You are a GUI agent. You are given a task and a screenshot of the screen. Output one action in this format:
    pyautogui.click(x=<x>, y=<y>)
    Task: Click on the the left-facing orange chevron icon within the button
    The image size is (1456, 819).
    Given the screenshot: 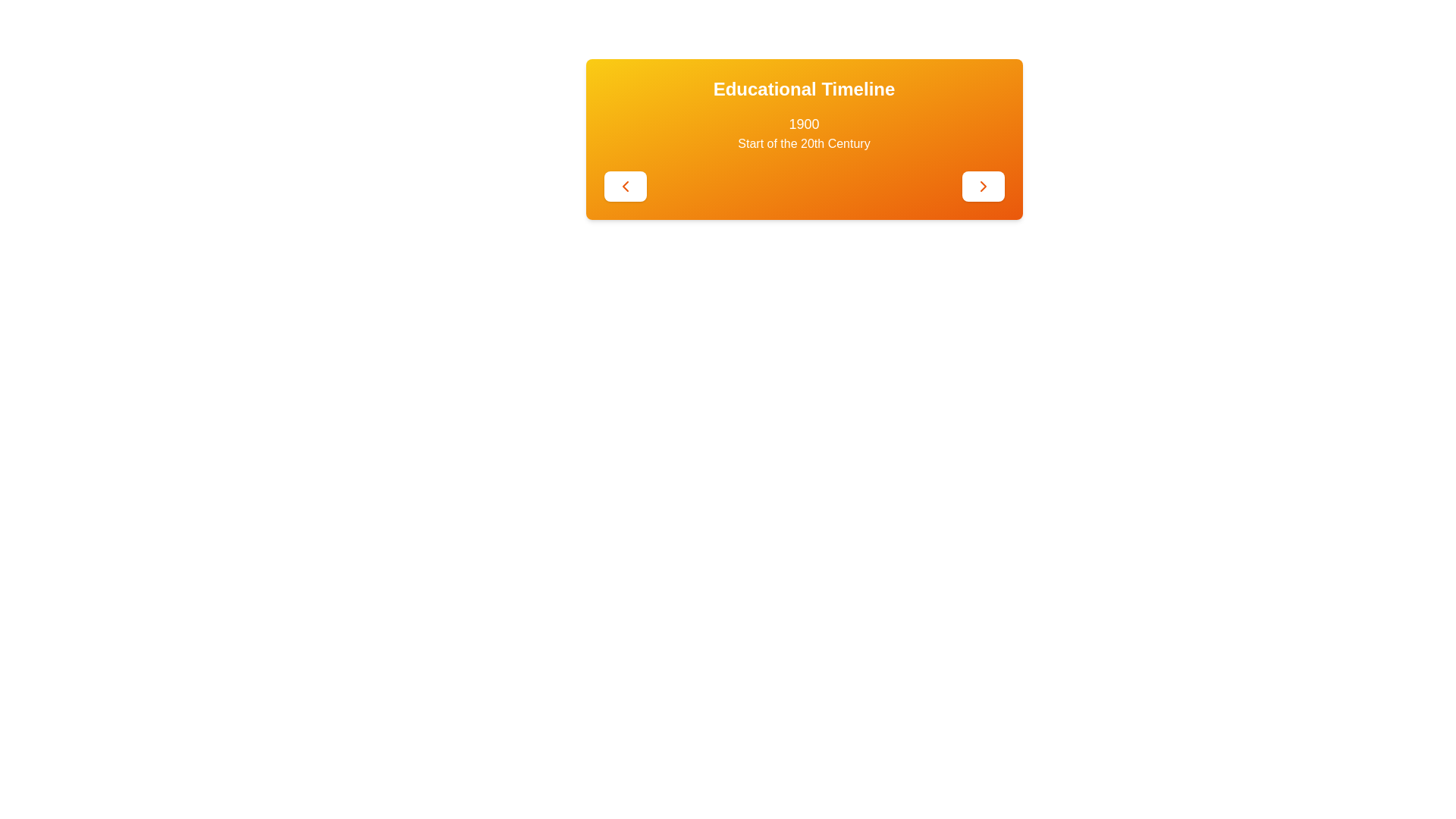 What is the action you would take?
    pyautogui.click(x=625, y=186)
    